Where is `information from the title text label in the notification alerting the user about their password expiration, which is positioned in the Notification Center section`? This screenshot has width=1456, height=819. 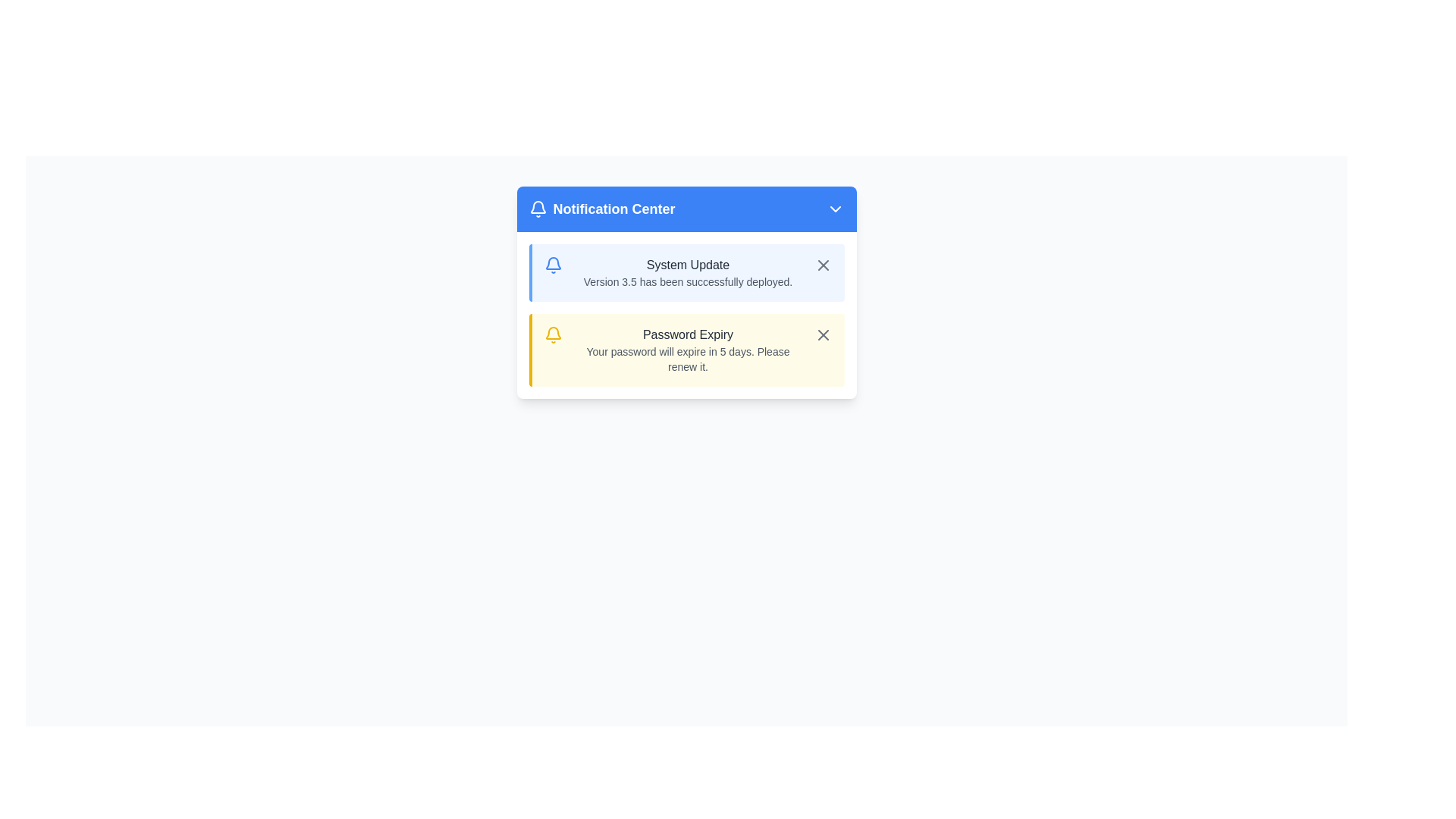
information from the title text label in the notification alerting the user about their password expiration, which is positioned in the Notification Center section is located at coordinates (687, 334).